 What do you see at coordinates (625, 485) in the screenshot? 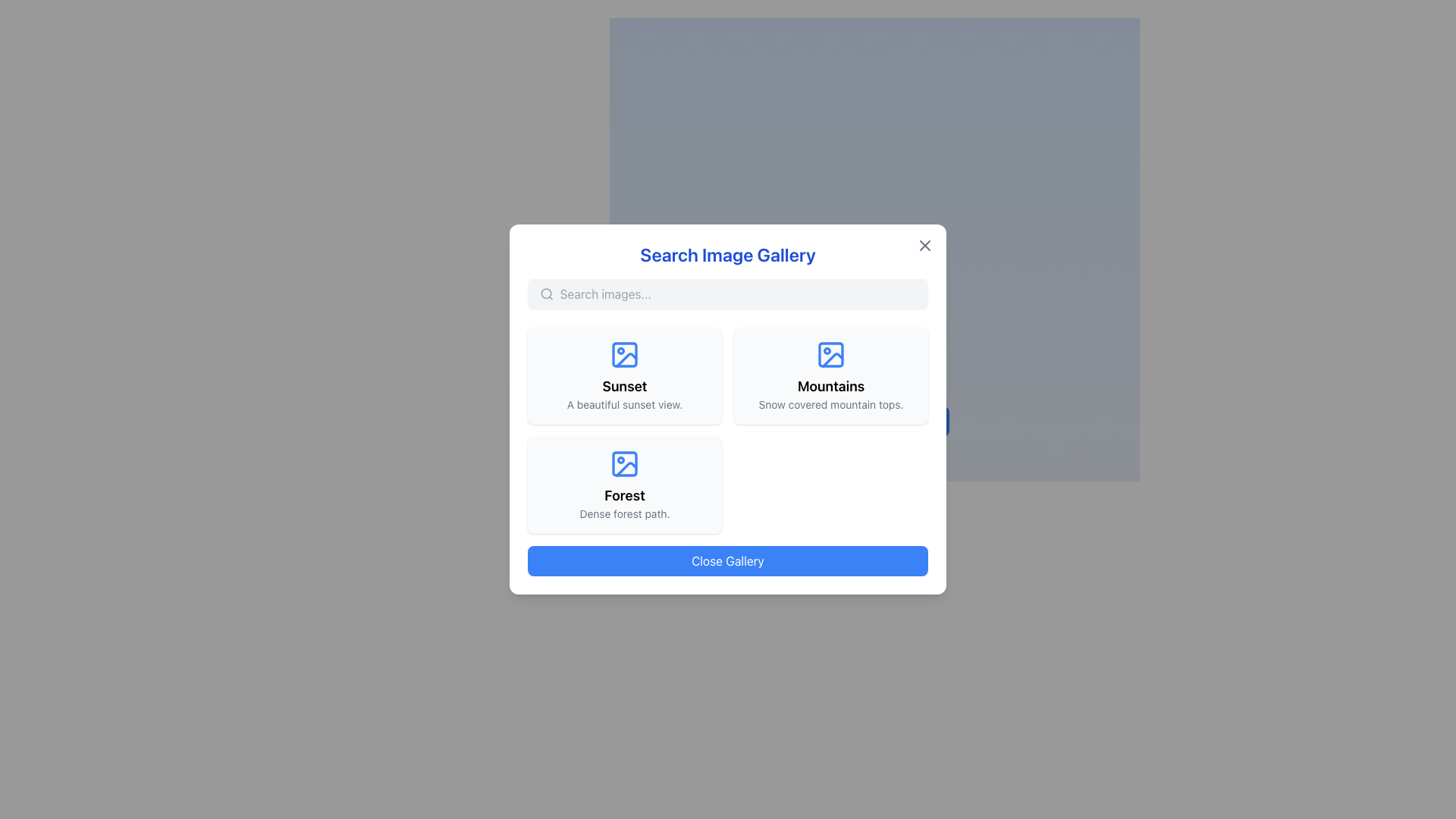
I see `the third item card in the grid layout under the Search Image Gallery section` at bounding box center [625, 485].